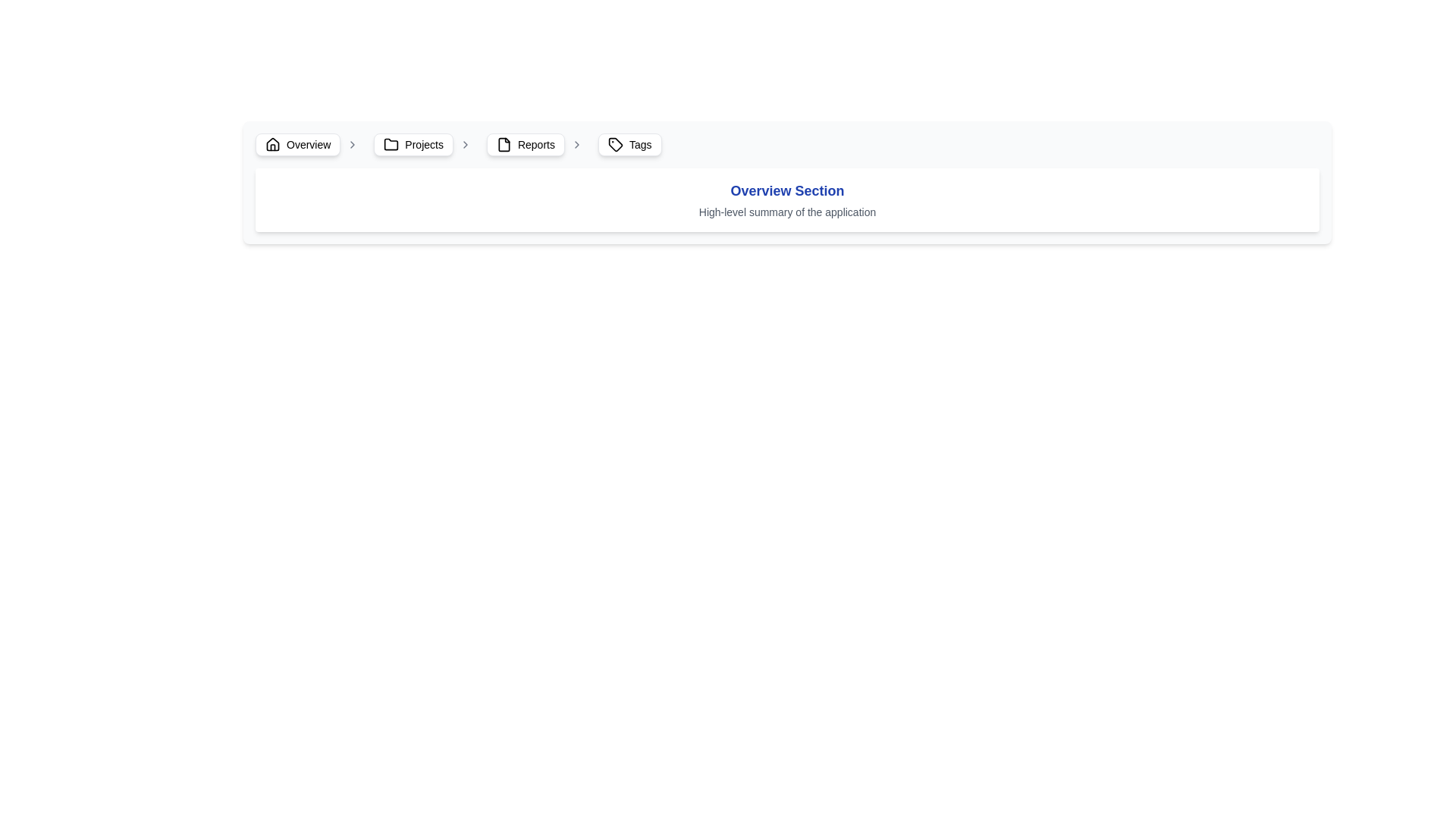  What do you see at coordinates (526, 145) in the screenshot?
I see `the 'Reports' button in the breadcrumb navigation bar, which is styled with rounded corners and a document icon` at bounding box center [526, 145].